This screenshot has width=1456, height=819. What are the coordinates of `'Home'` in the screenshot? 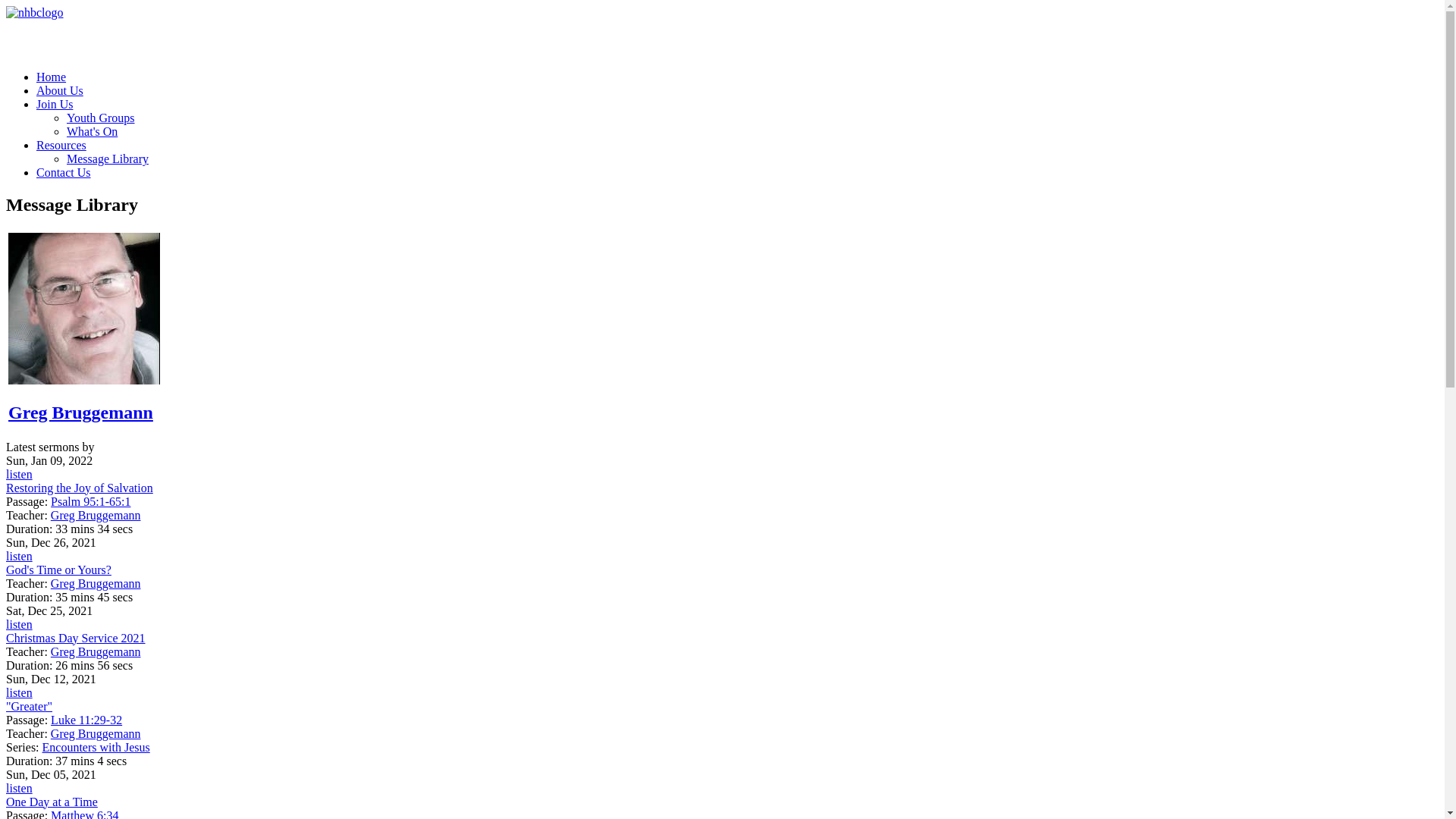 It's located at (36, 77).